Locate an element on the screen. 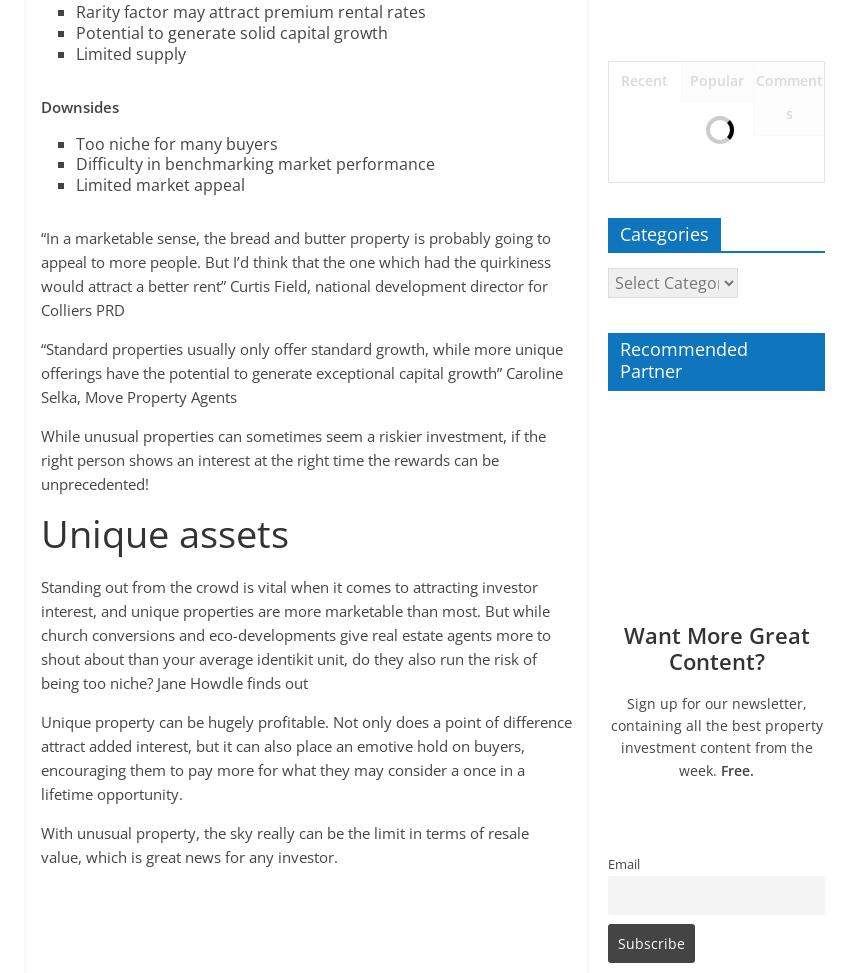 The image size is (851, 973). '“In a marketable sense, the bread and butter property is probably going to appeal to more people. But I’d think that the one which had the quirkiness would attract a better rent” Curtis Field, national development director for Colliers PRD' is located at coordinates (38, 272).